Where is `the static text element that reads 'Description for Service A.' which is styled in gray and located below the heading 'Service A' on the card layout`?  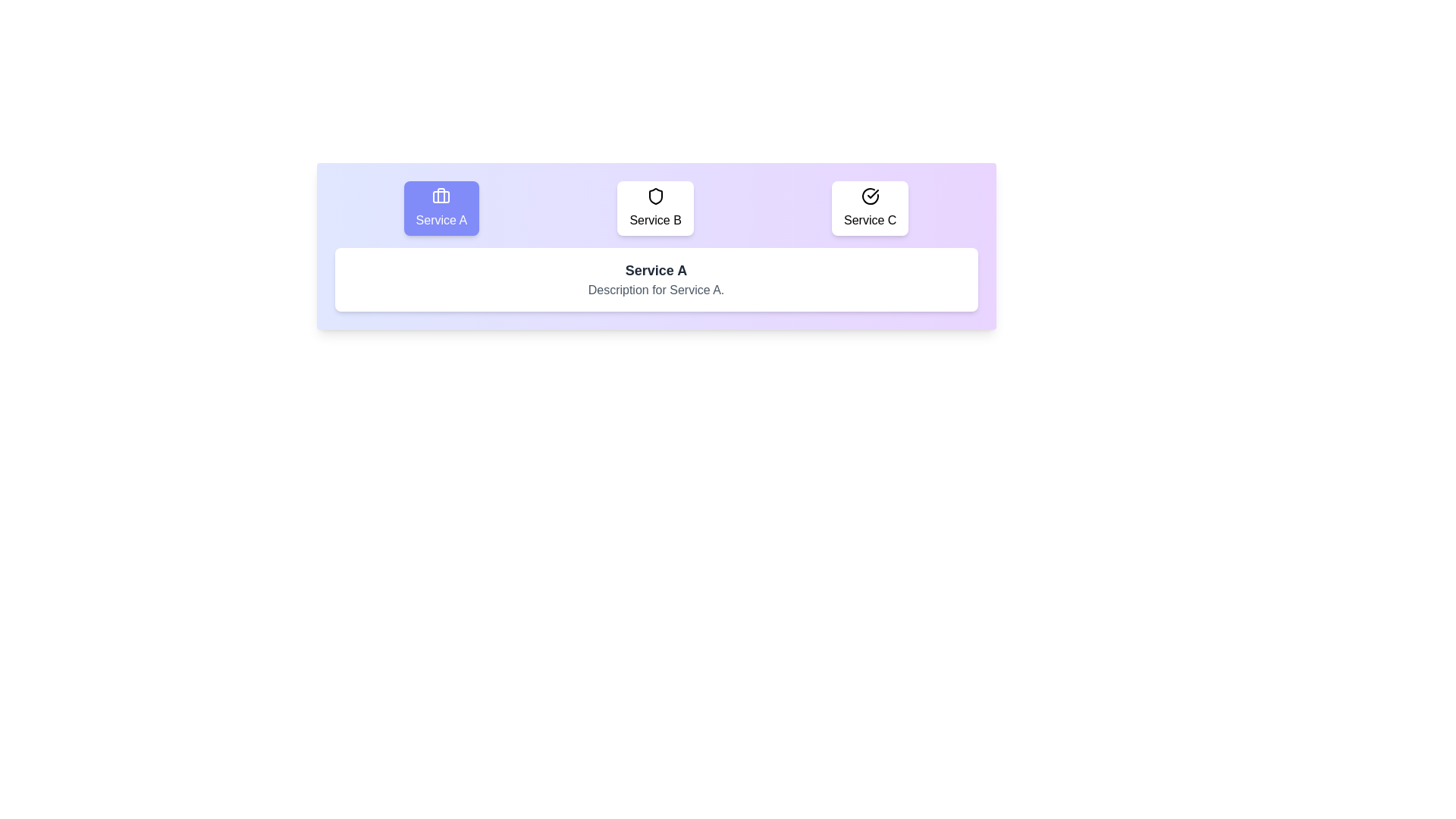 the static text element that reads 'Description for Service A.' which is styled in gray and located below the heading 'Service A' on the card layout is located at coordinates (656, 290).